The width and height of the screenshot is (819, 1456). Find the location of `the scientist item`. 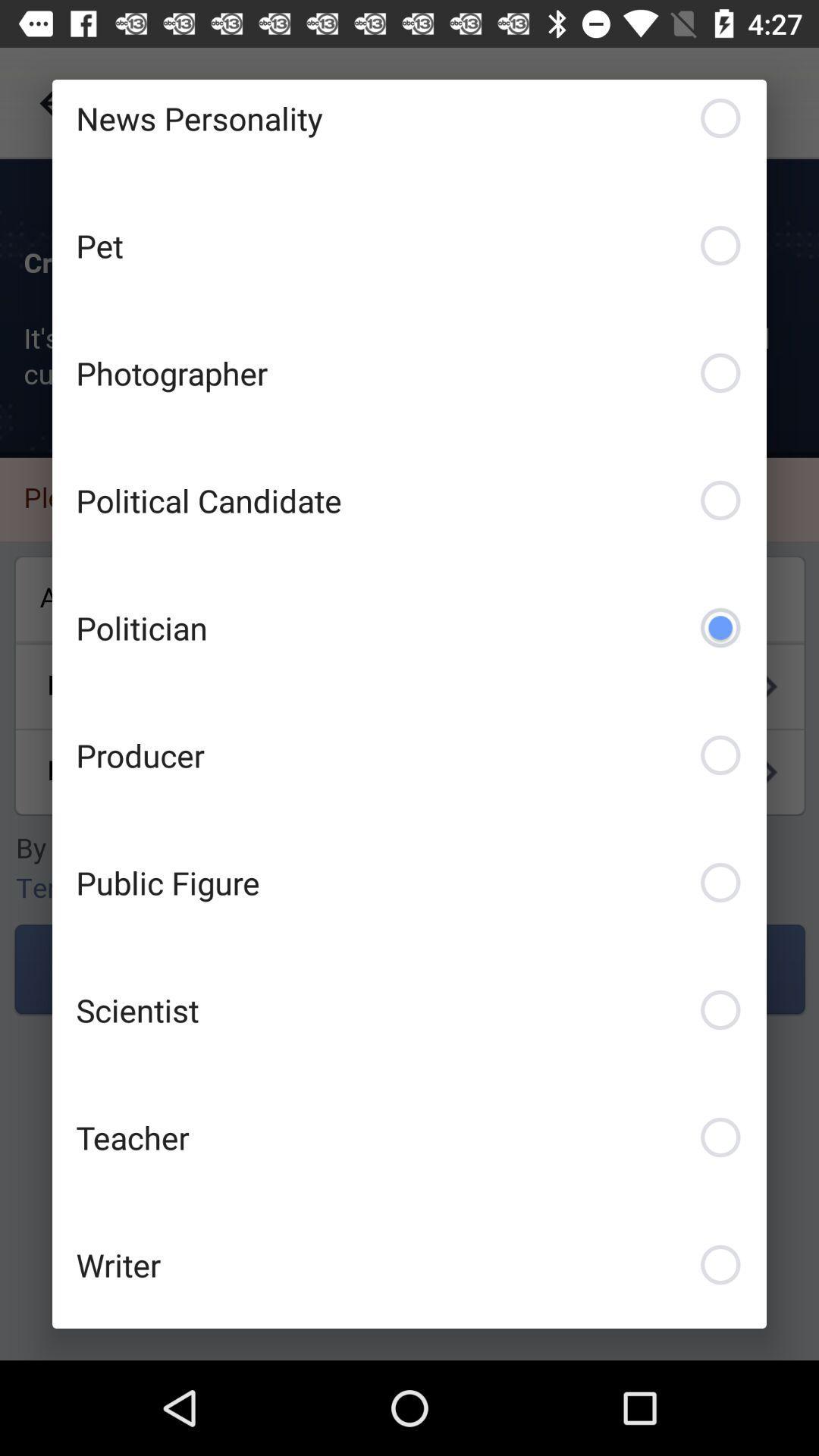

the scientist item is located at coordinates (409, 1009).